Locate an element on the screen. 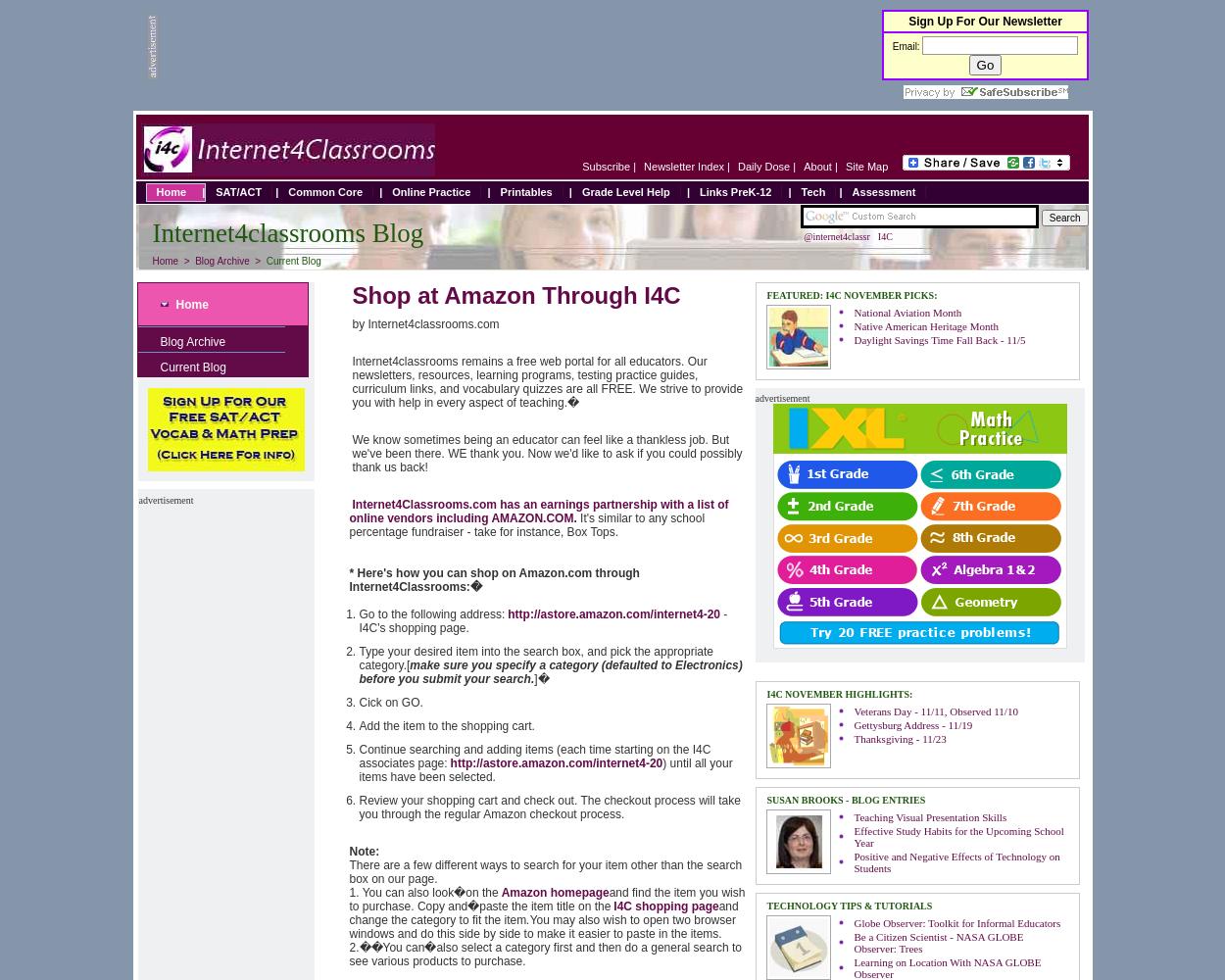 The height and width of the screenshot is (980, 1225). ') until all your items have been selected.' is located at coordinates (545, 770).